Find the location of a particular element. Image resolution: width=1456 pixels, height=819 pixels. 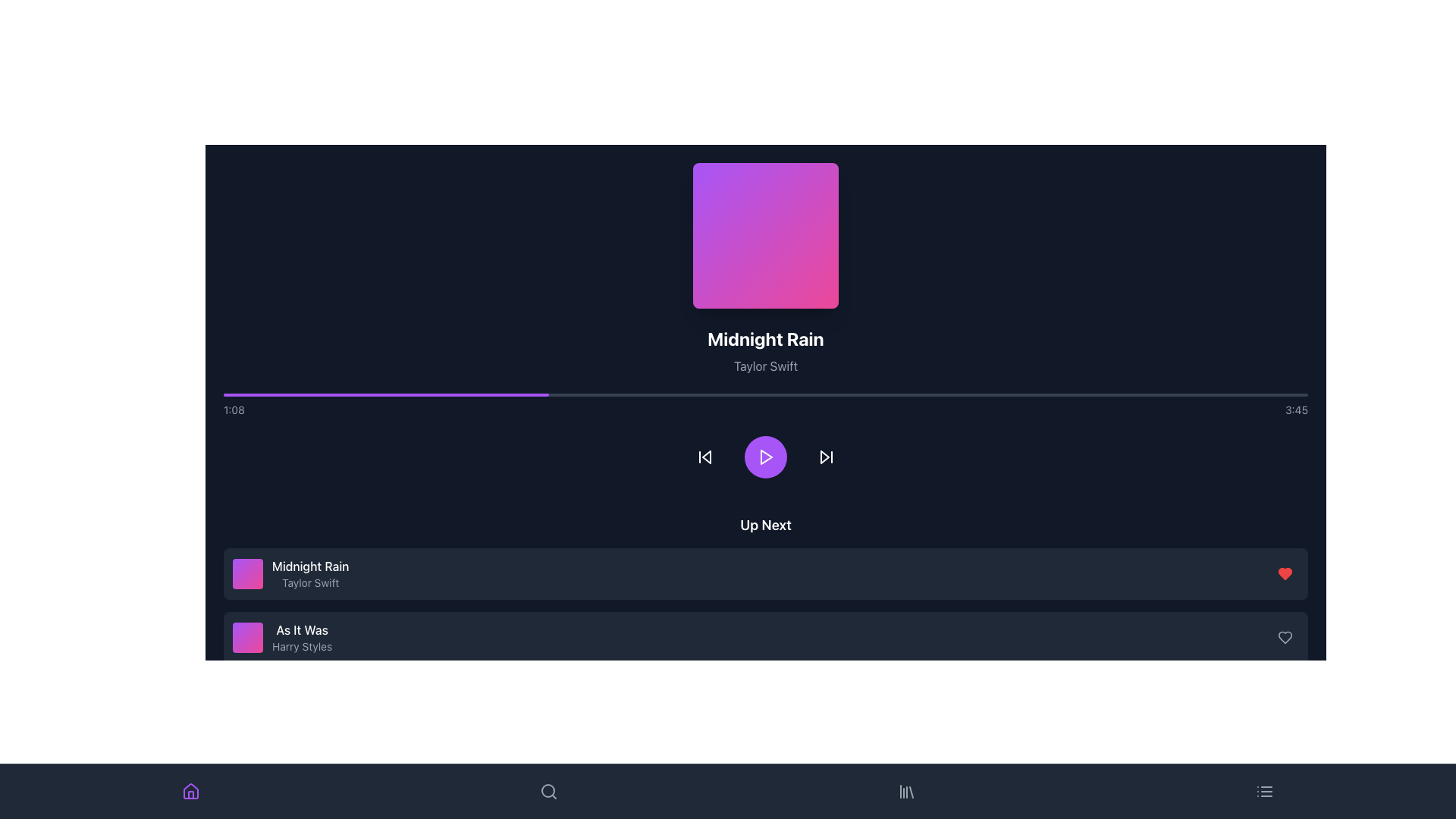

the triangle-shaped Play button icon located at the center of the control bar is located at coordinates (767, 456).